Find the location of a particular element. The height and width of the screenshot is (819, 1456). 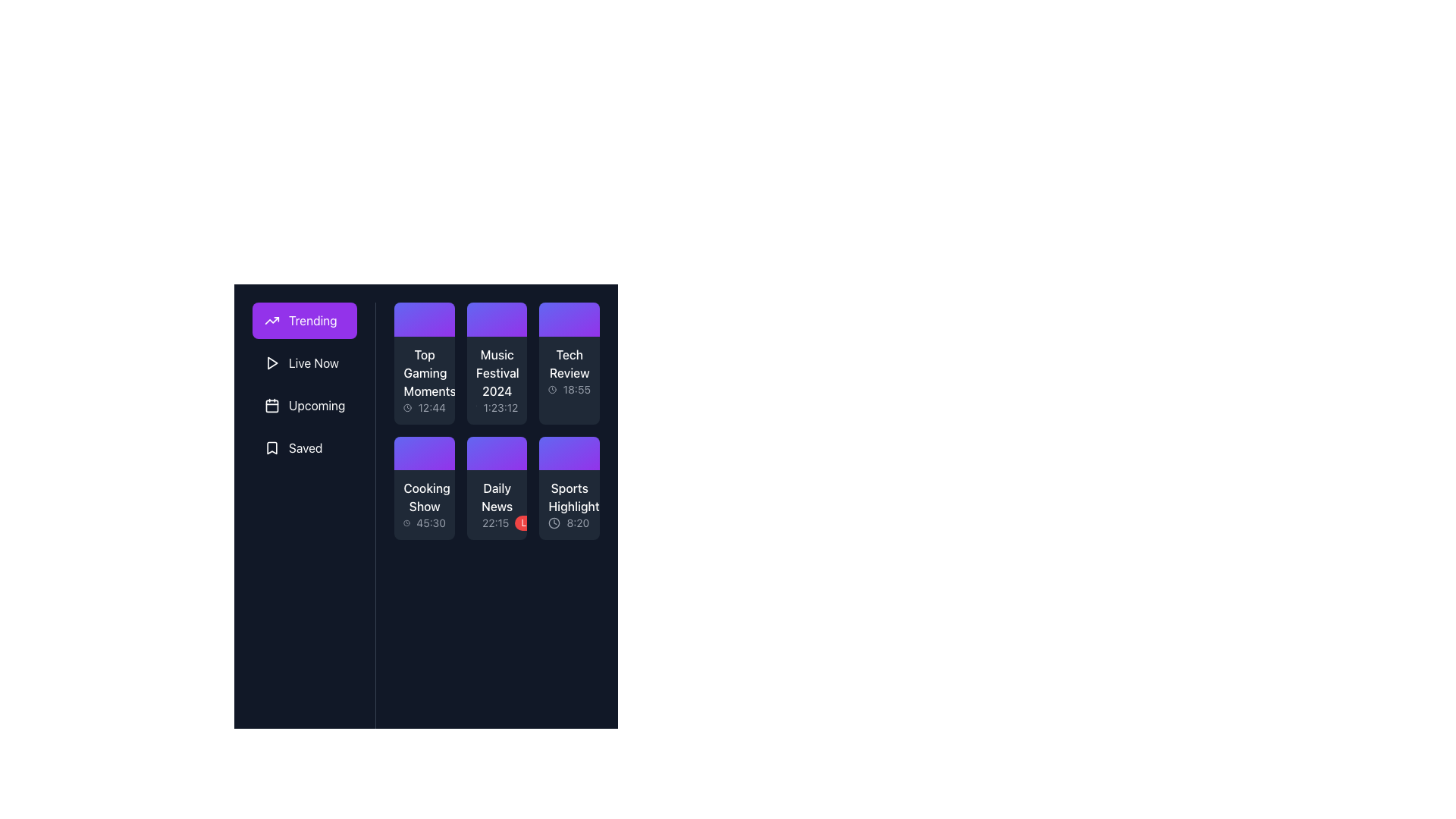

the 'Upcoming' button, which is styled as a horizontal button group item with a calendar icon on the left and a dark background, located in the sidebar below the 'Live Now' button is located at coordinates (304, 405).